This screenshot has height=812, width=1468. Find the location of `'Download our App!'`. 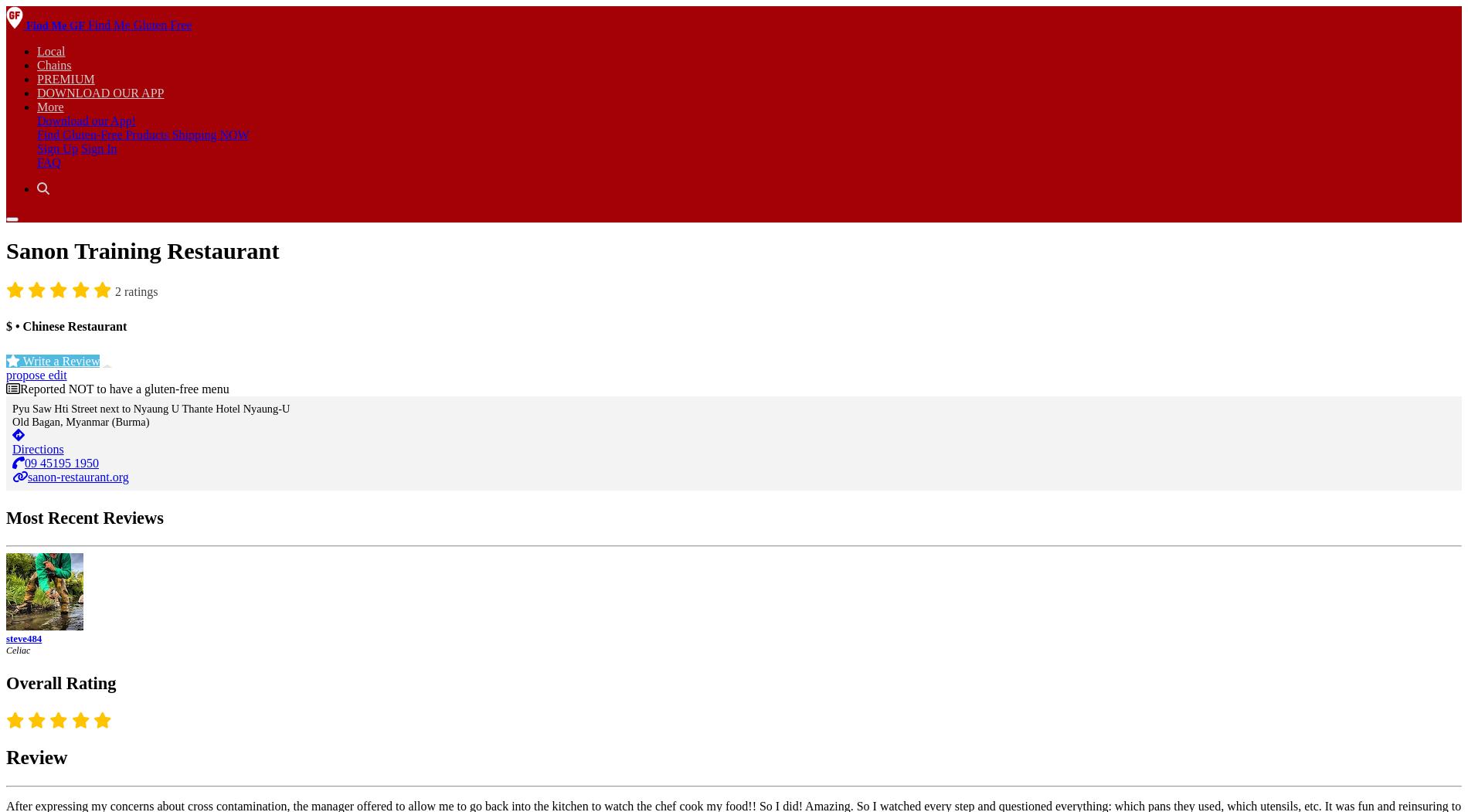

'Download our App!' is located at coordinates (86, 120).